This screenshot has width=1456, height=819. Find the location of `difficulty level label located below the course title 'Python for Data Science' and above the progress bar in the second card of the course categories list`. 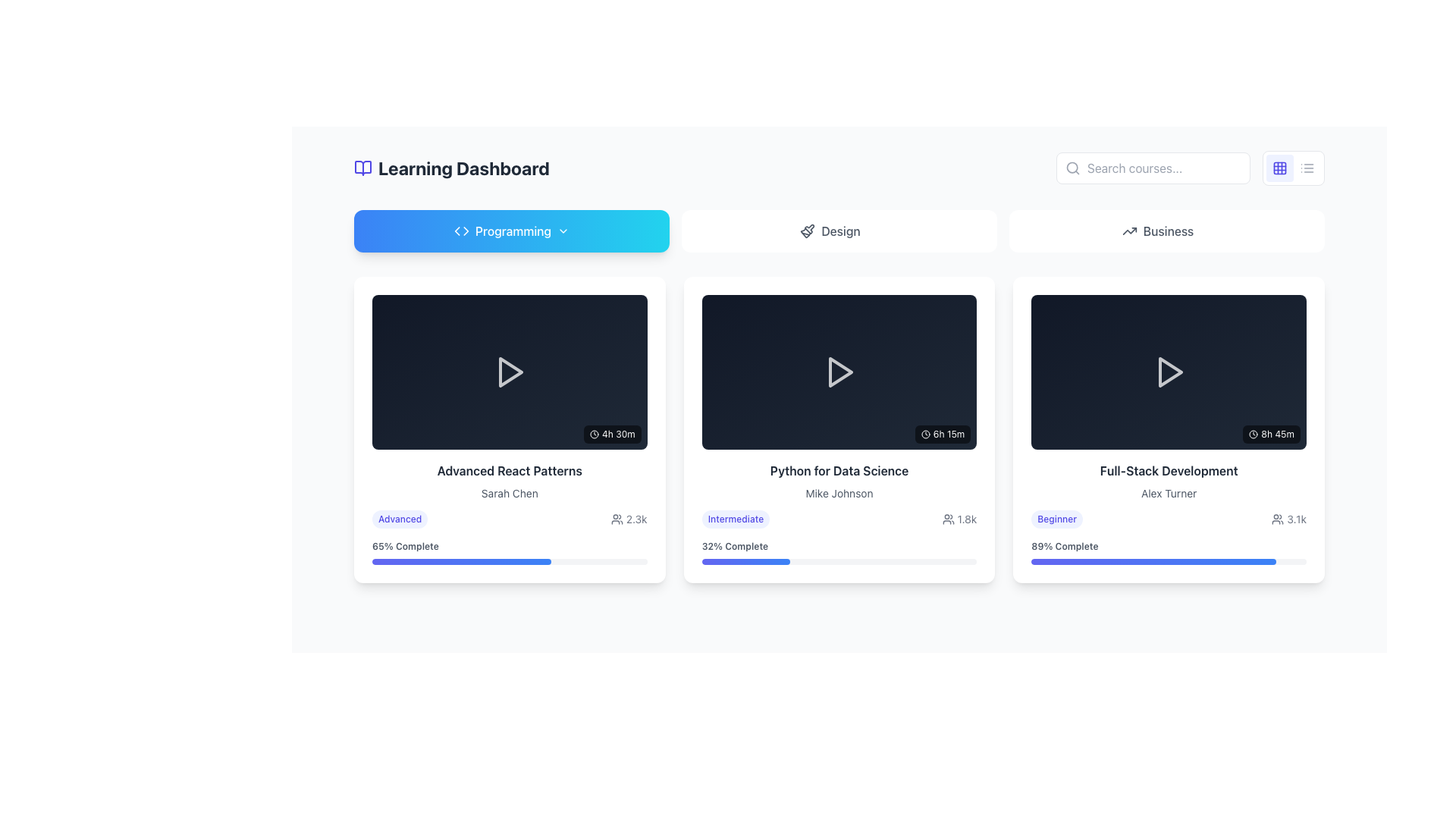

difficulty level label located below the course title 'Python for Data Science' and above the progress bar in the second card of the course categories list is located at coordinates (736, 519).